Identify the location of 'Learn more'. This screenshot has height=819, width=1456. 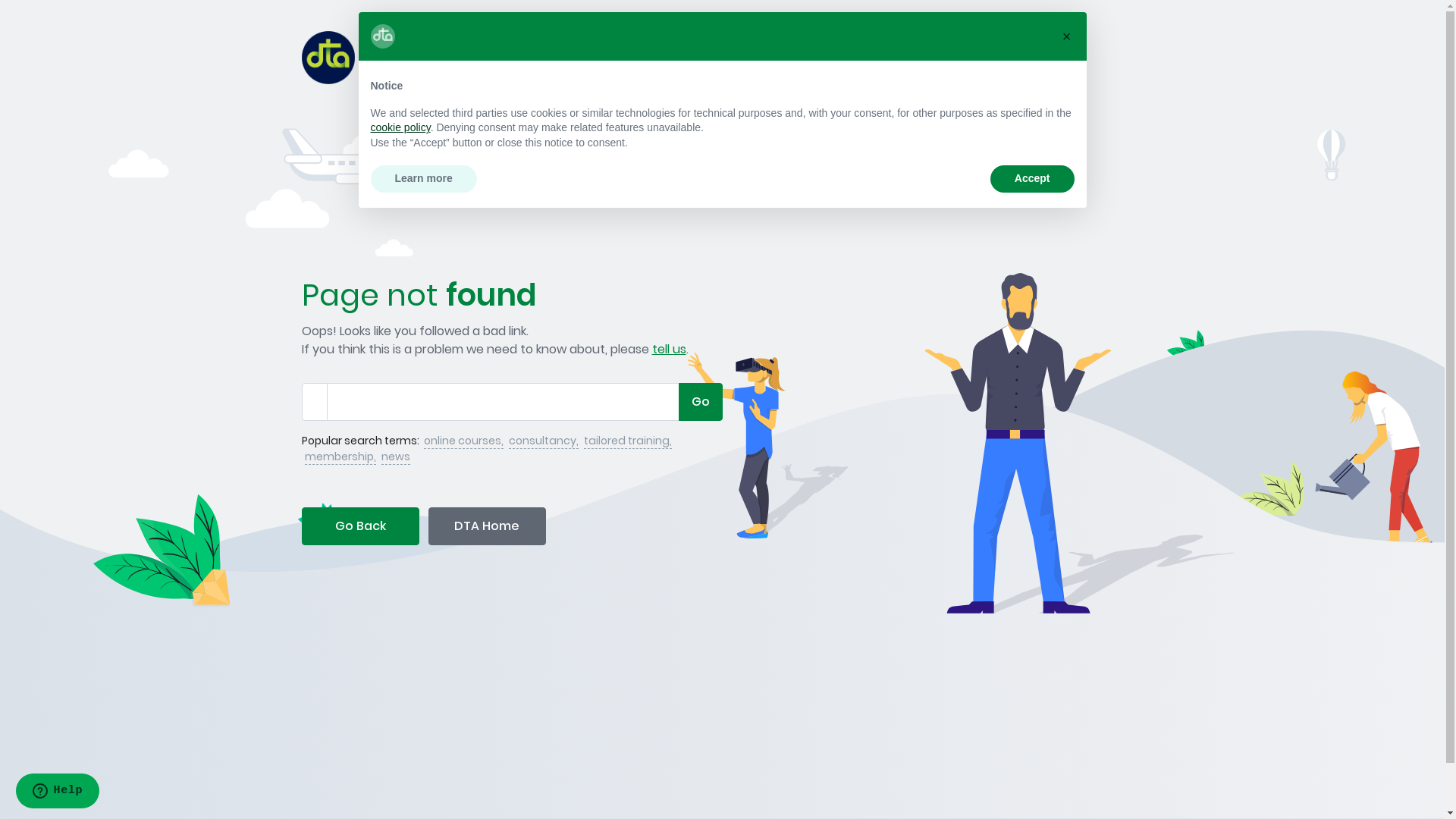
(422, 177).